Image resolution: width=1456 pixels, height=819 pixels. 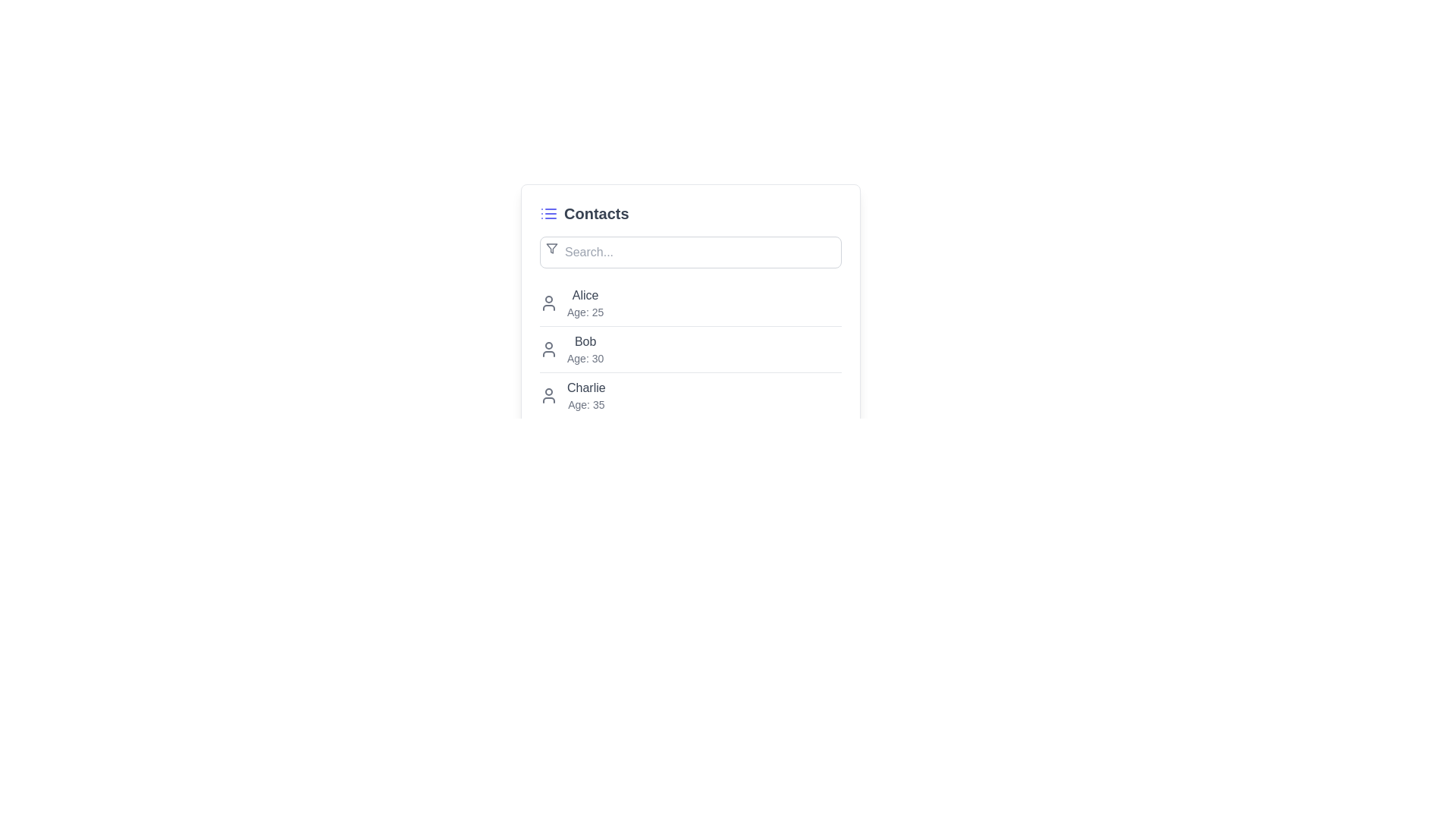 I want to click on the user icon symbol located to the immediate left of the text displaying 'Charlie' and 'Age: 35' in the contact list for further actions, so click(x=548, y=394).